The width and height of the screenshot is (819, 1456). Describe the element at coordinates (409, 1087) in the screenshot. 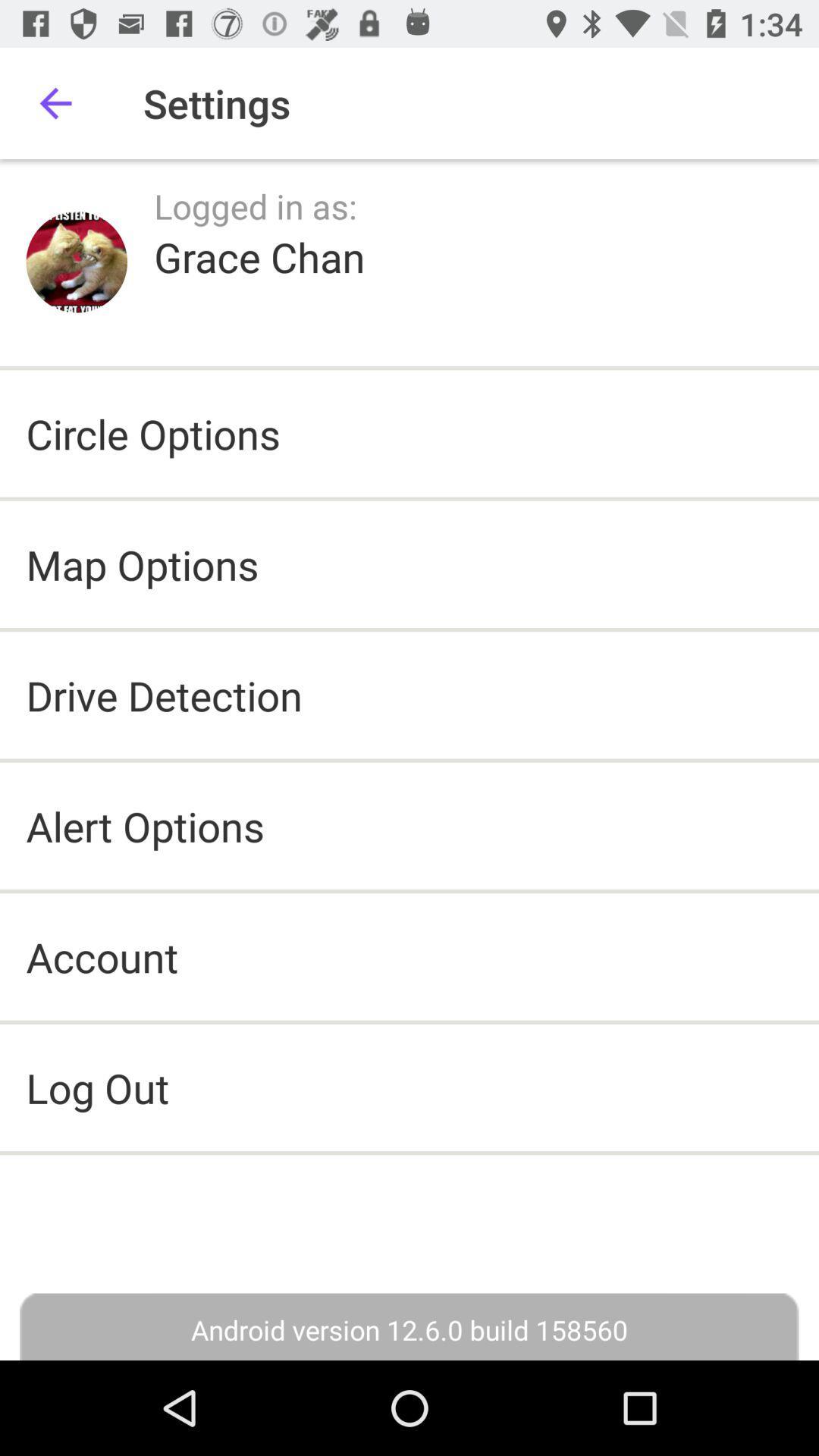

I see `log out` at that location.